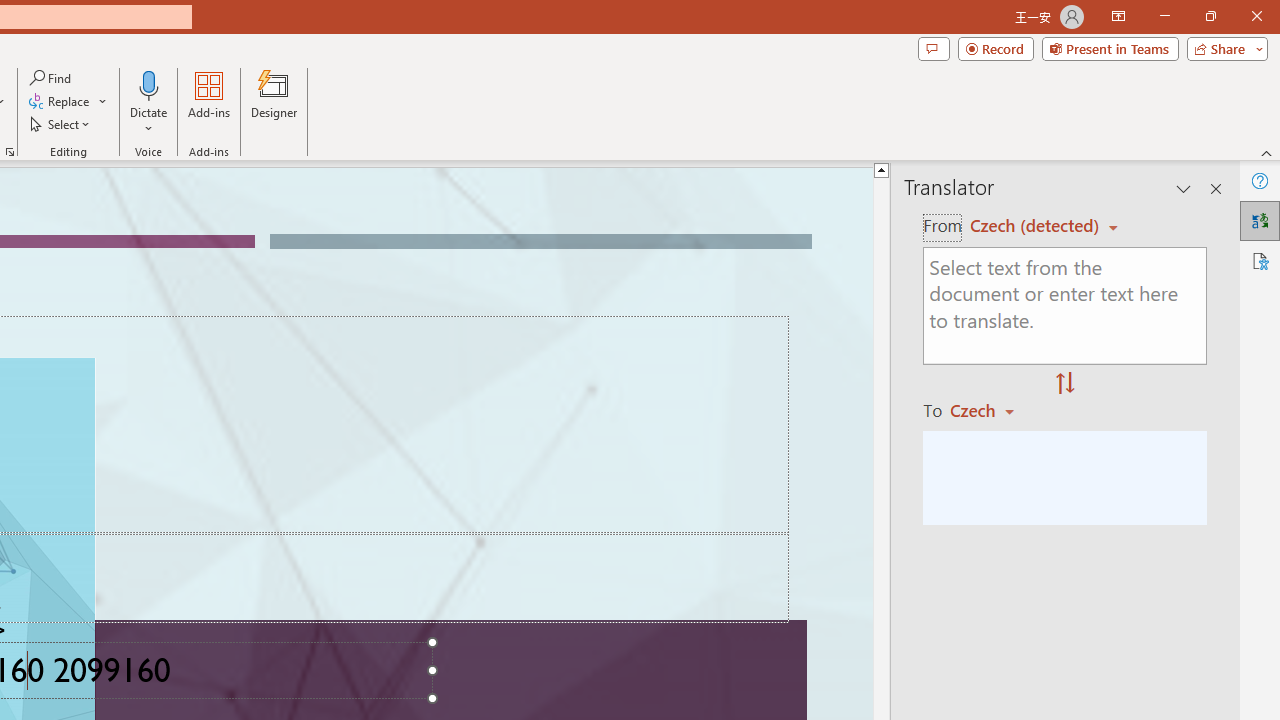 The image size is (1280, 720). I want to click on 'Designer', so click(273, 103).